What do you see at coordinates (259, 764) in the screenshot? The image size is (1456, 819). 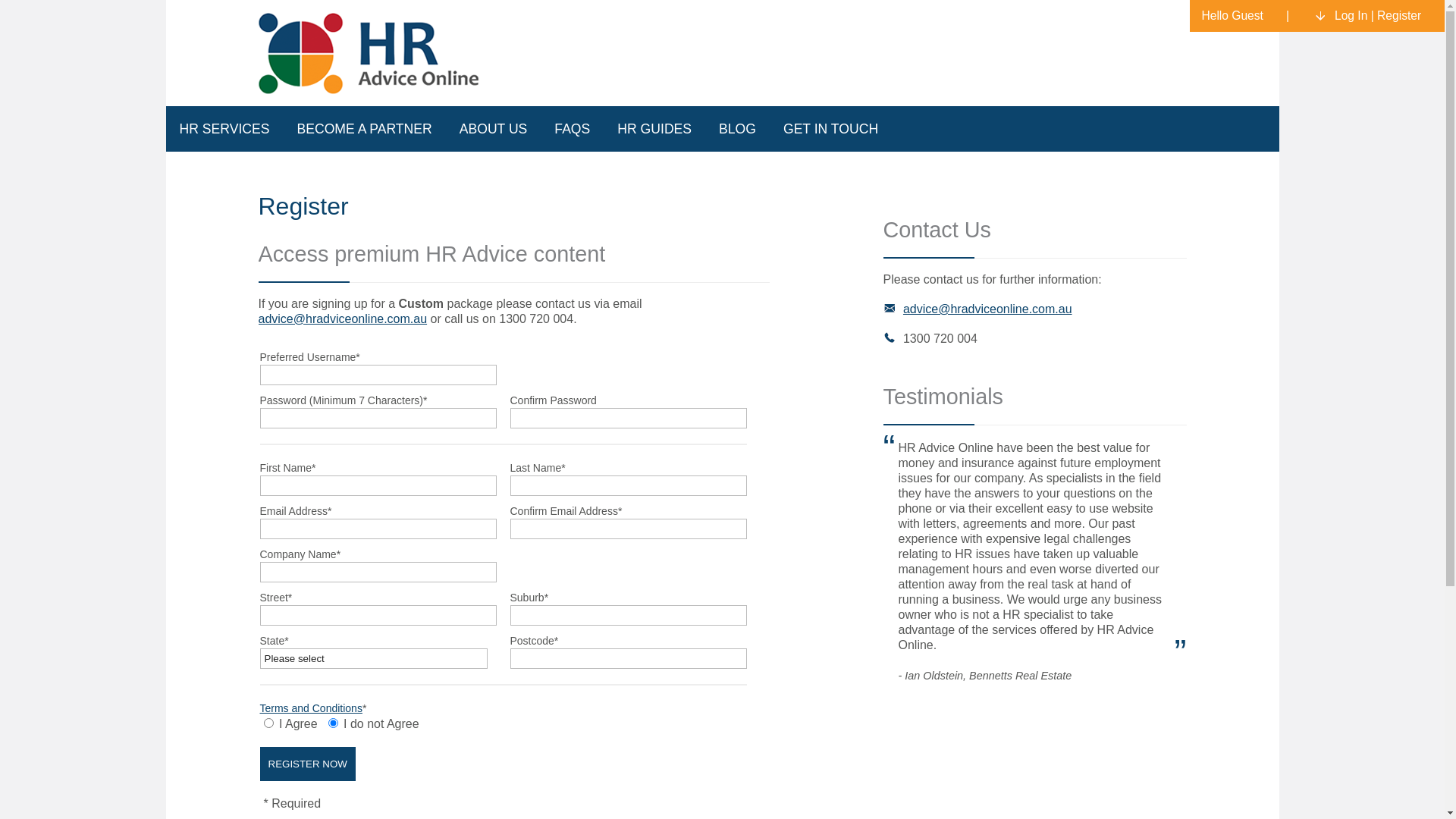 I see `'Register Now'` at bounding box center [259, 764].